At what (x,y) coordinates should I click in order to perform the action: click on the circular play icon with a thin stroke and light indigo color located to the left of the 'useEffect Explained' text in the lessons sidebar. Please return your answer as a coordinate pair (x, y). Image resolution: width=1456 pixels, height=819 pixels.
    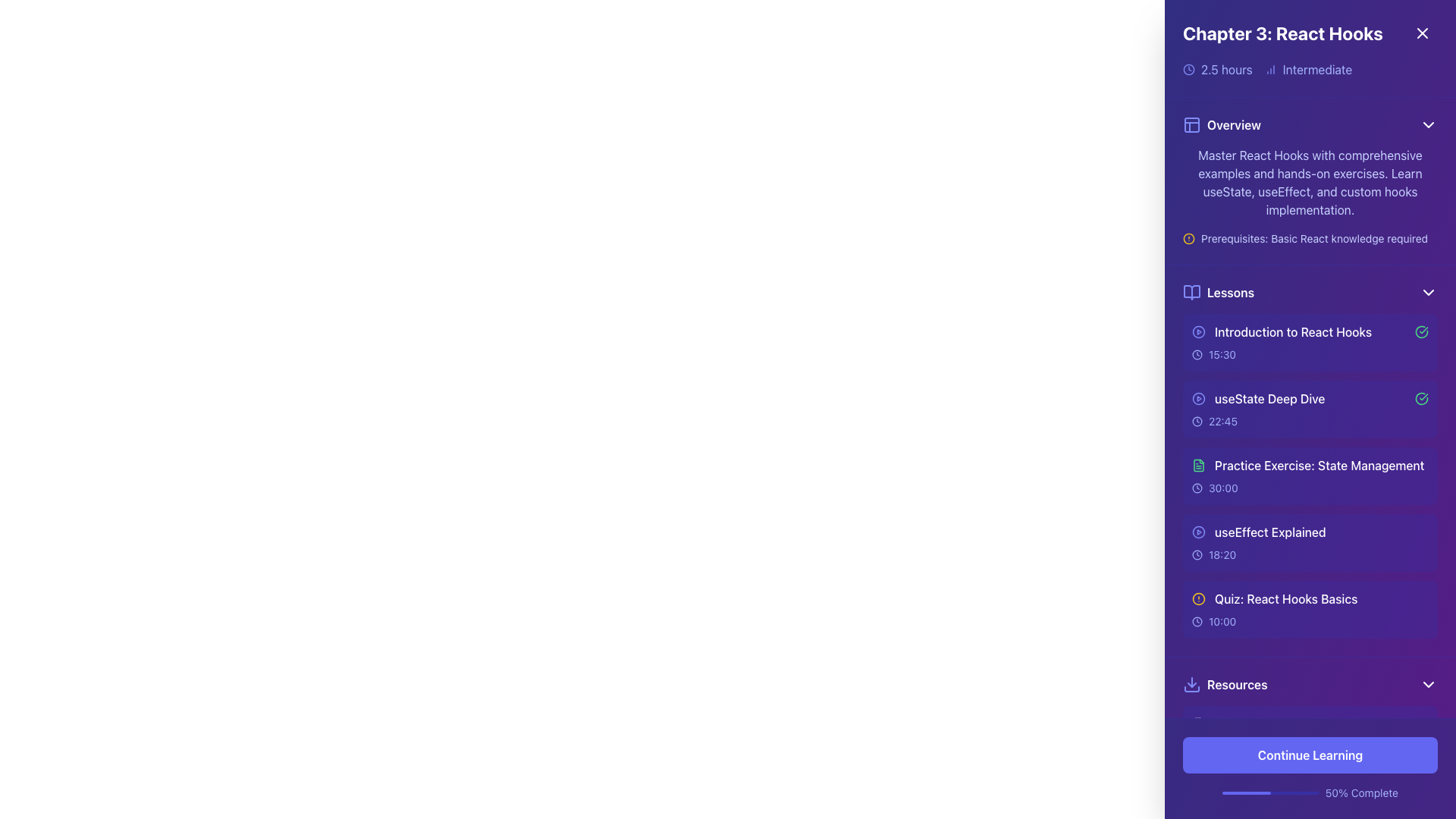
    Looking at the image, I should click on (1197, 532).